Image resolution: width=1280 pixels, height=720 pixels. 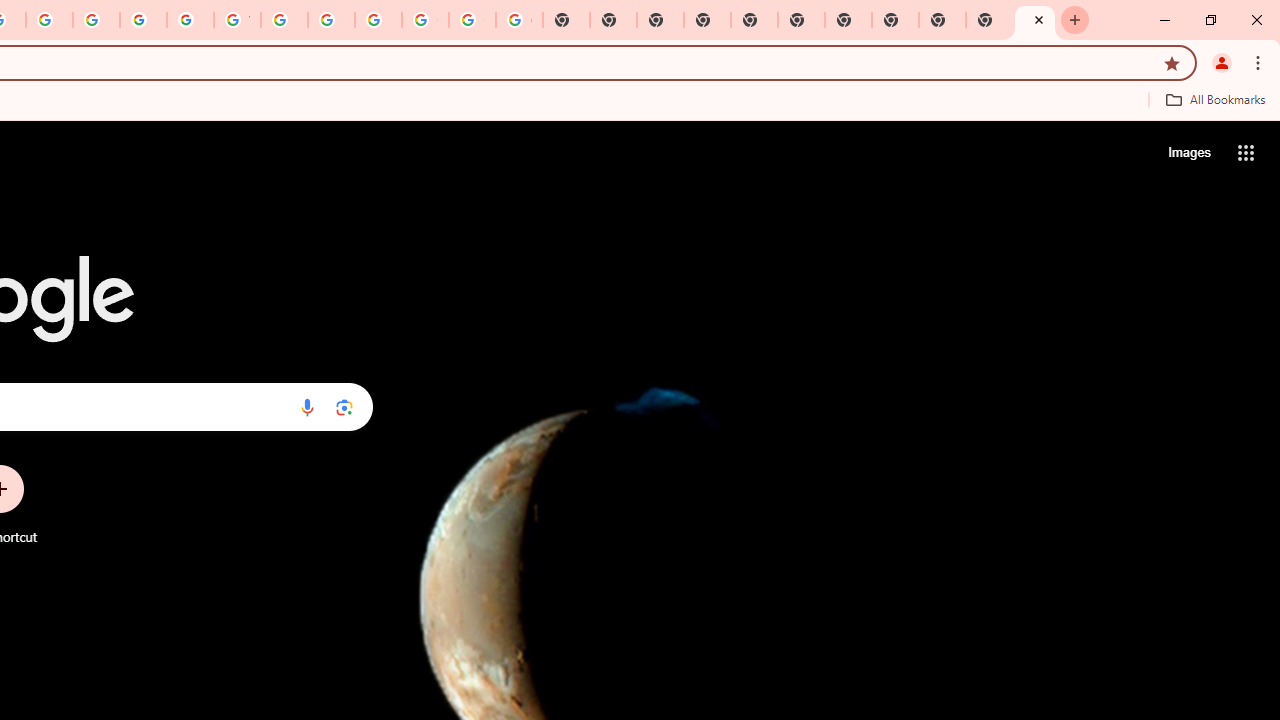 What do you see at coordinates (344, 406) in the screenshot?
I see `'Search by image'` at bounding box center [344, 406].